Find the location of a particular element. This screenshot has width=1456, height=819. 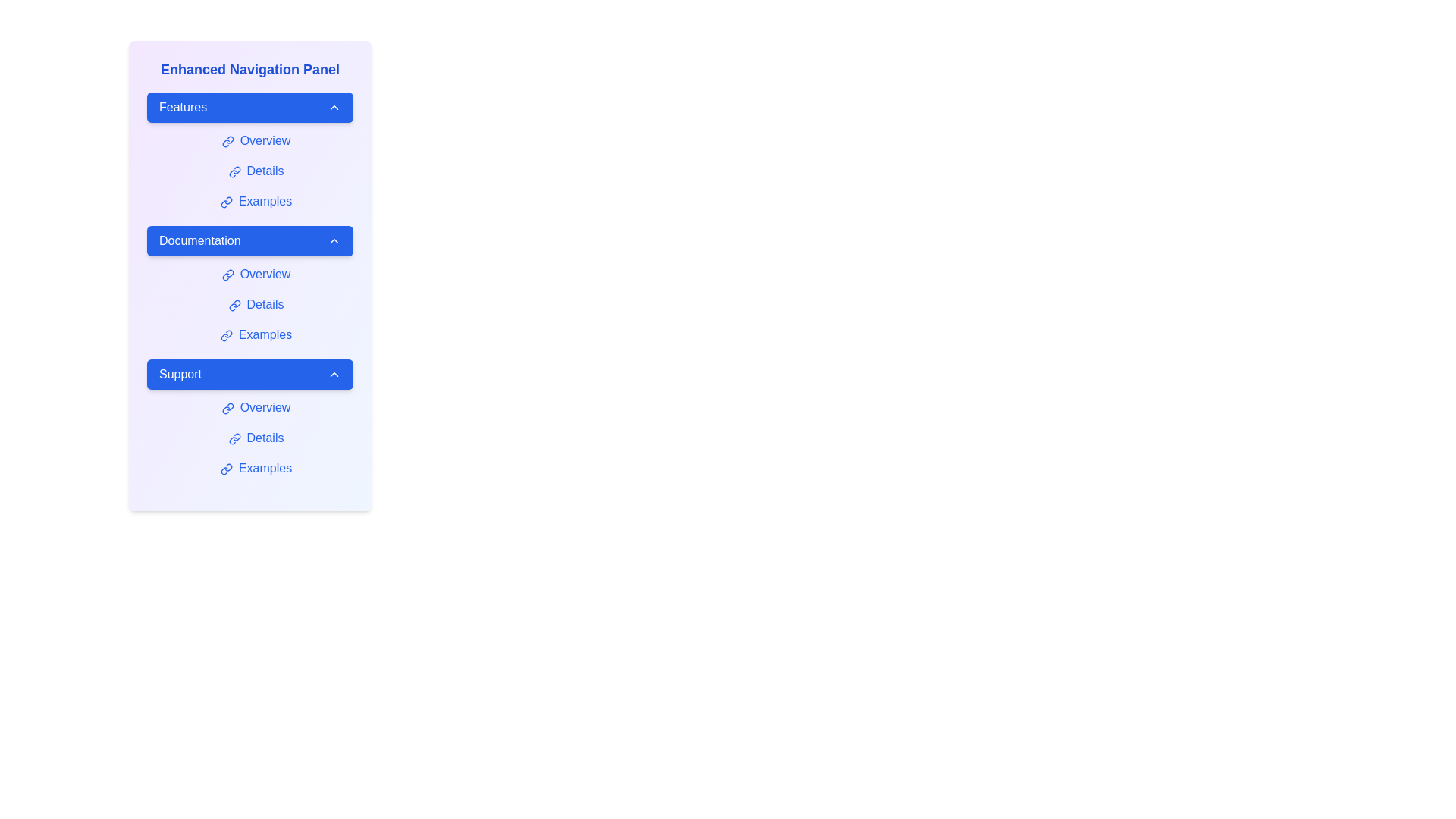

the 'Features' text label within the button is located at coordinates (182, 107).